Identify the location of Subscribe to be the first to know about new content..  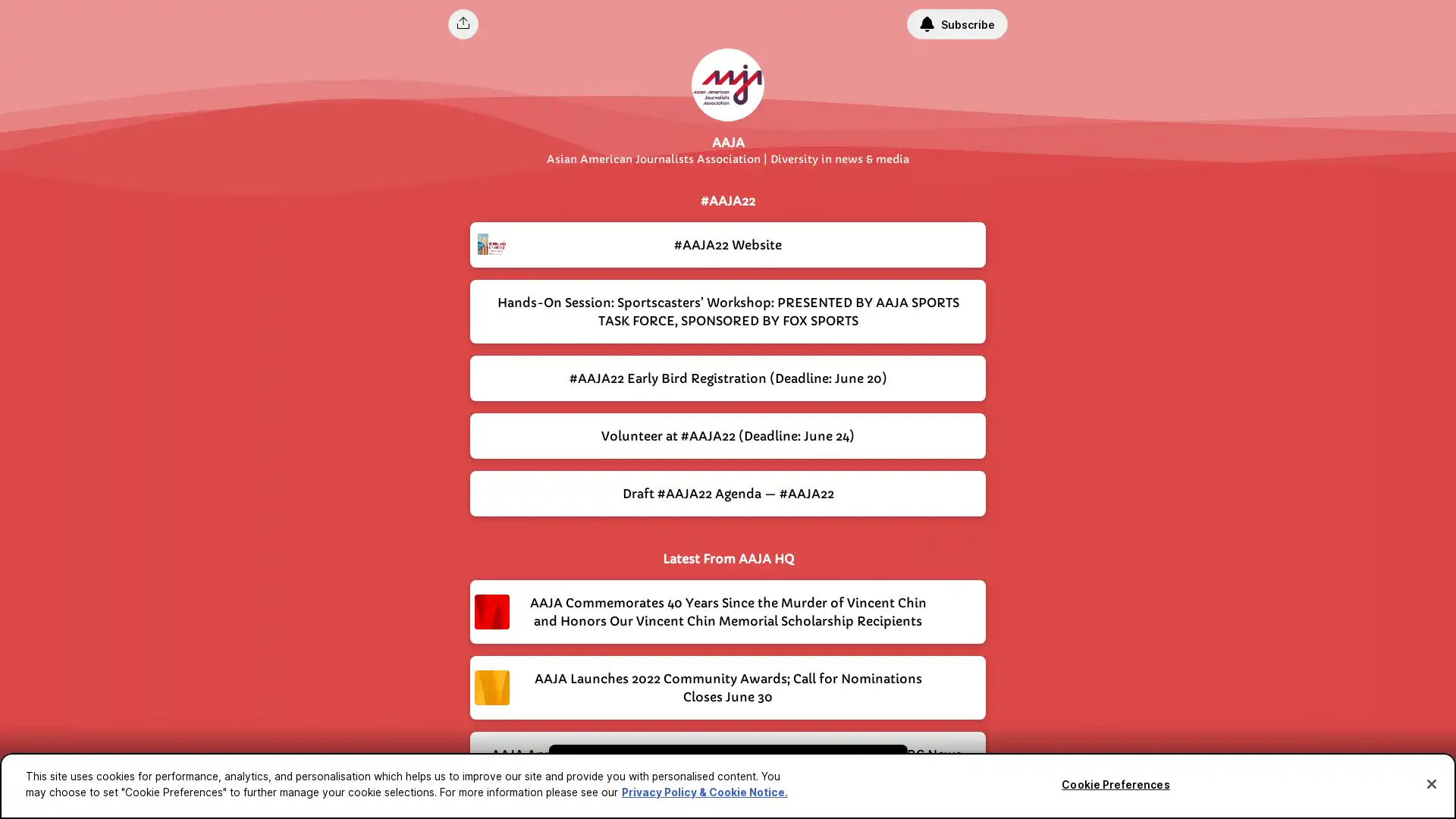
(717, 772).